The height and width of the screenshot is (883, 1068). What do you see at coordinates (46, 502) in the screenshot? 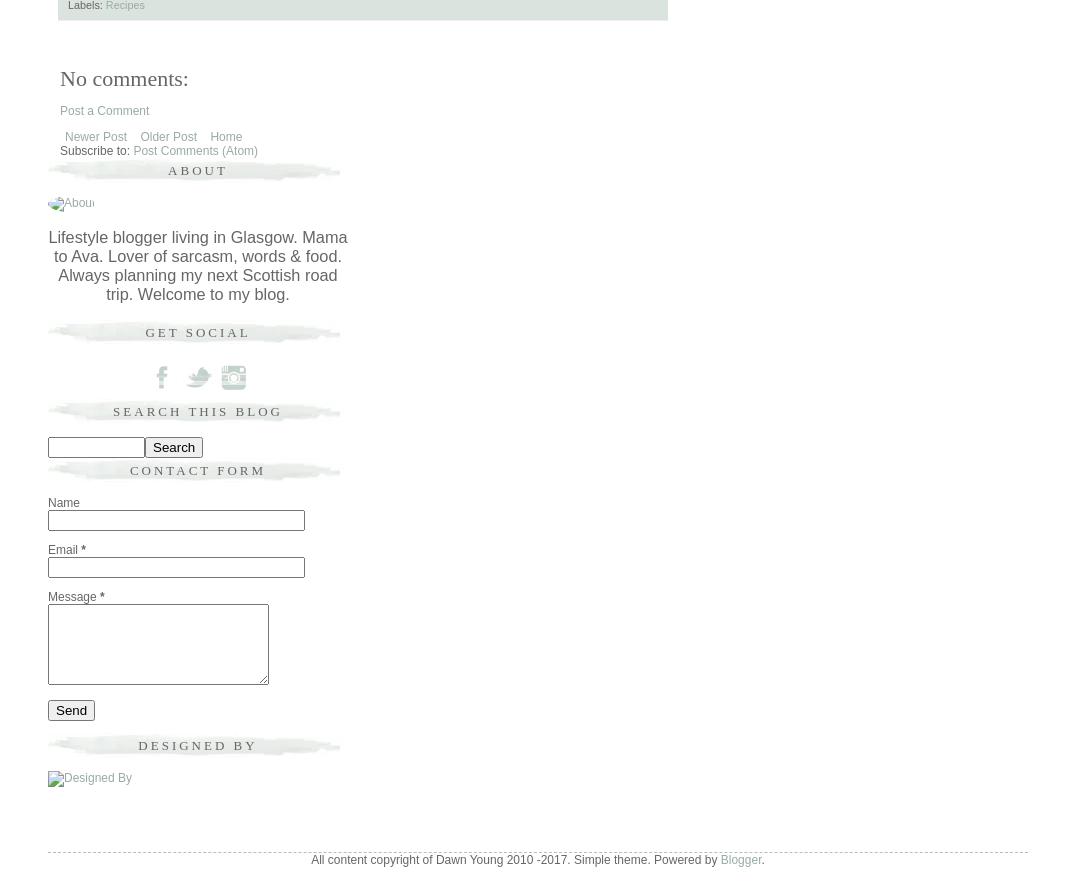
I see `'Name'` at bounding box center [46, 502].